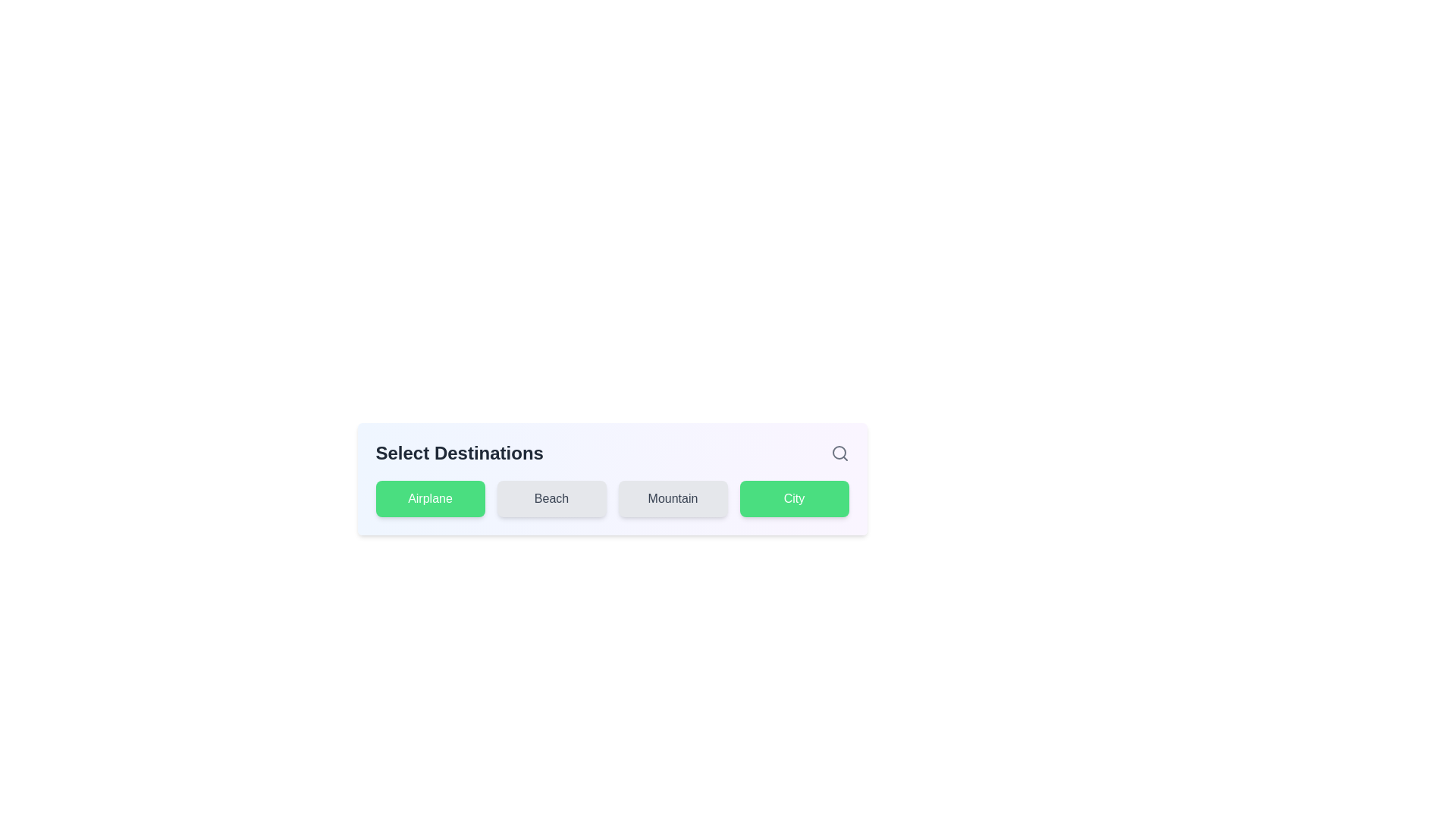 This screenshot has width=1456, height=819. Describe the element at coordinates (793, 499) in the screenshot. I see `the item City` at that location.